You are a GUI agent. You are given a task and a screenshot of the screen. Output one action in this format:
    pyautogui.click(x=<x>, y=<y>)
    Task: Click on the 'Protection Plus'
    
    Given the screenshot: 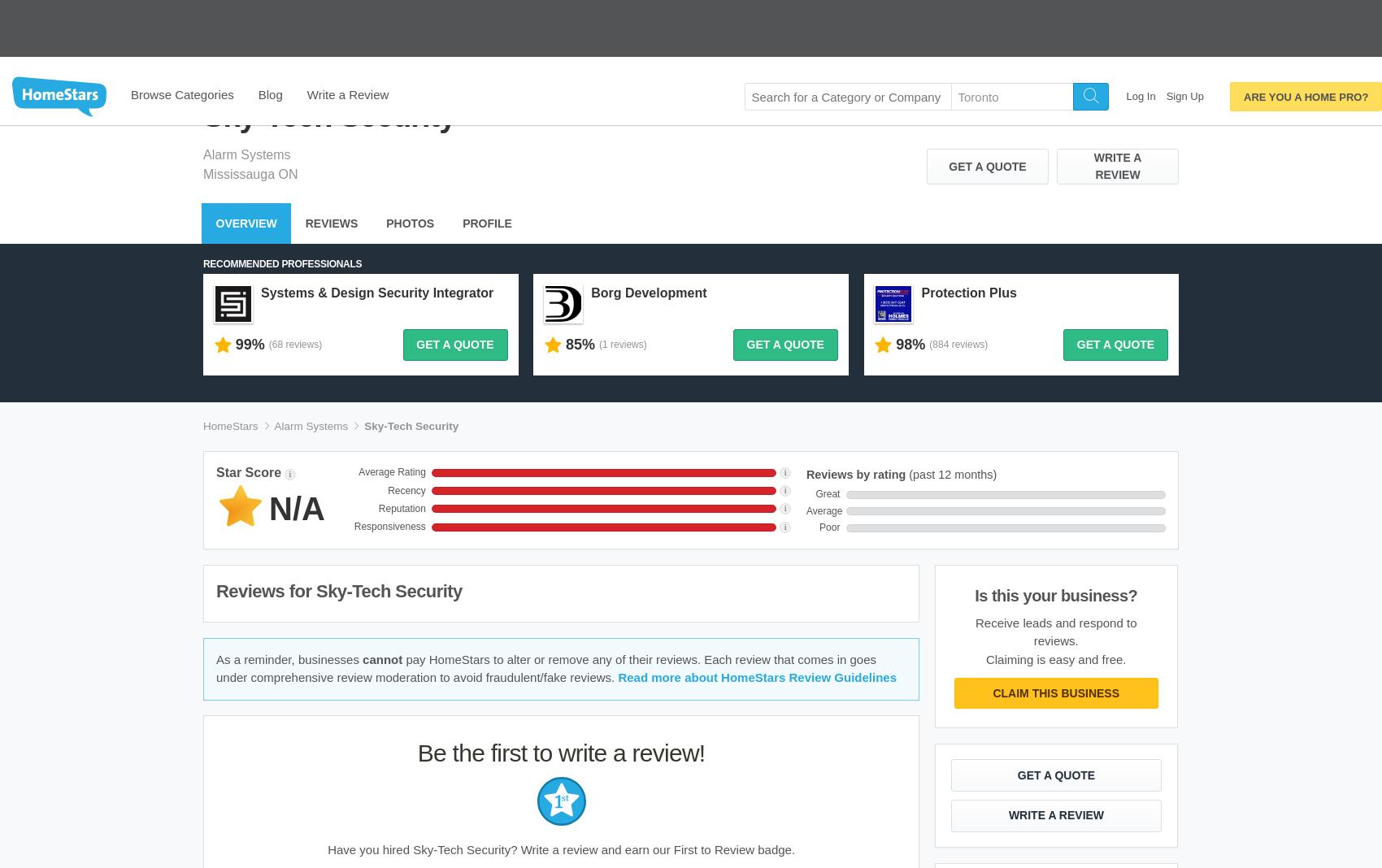 What is the action you would take?
    pyautogui.click(x=921, y=224)
    